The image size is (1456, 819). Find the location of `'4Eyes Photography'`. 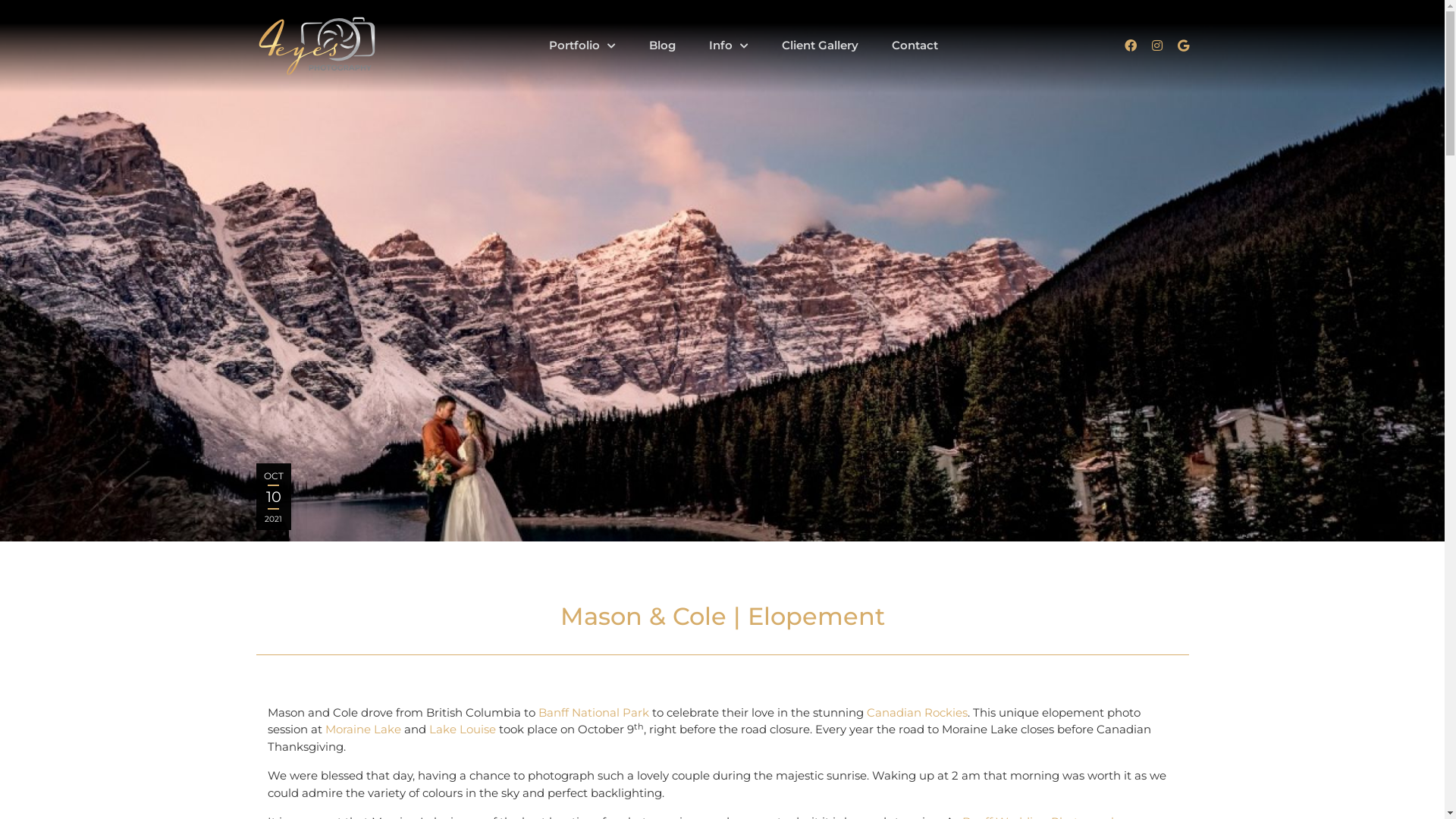

'4Eyes Photography' is located at coordinates (315, 45).